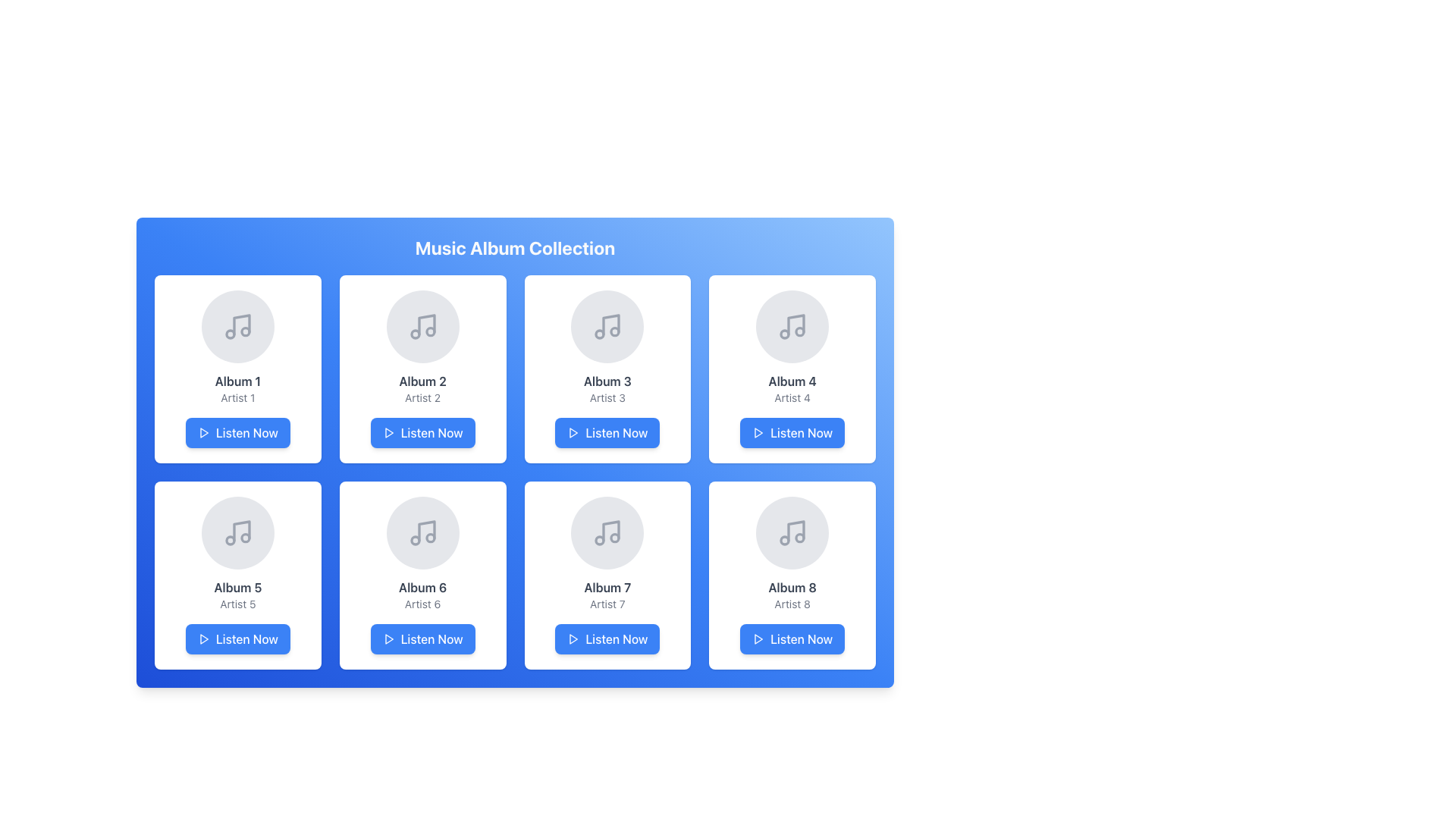  I want to click on the text label displaying 'Artist 5', which is located beneath 'Album 5' in the card layout, so click(237, 604).